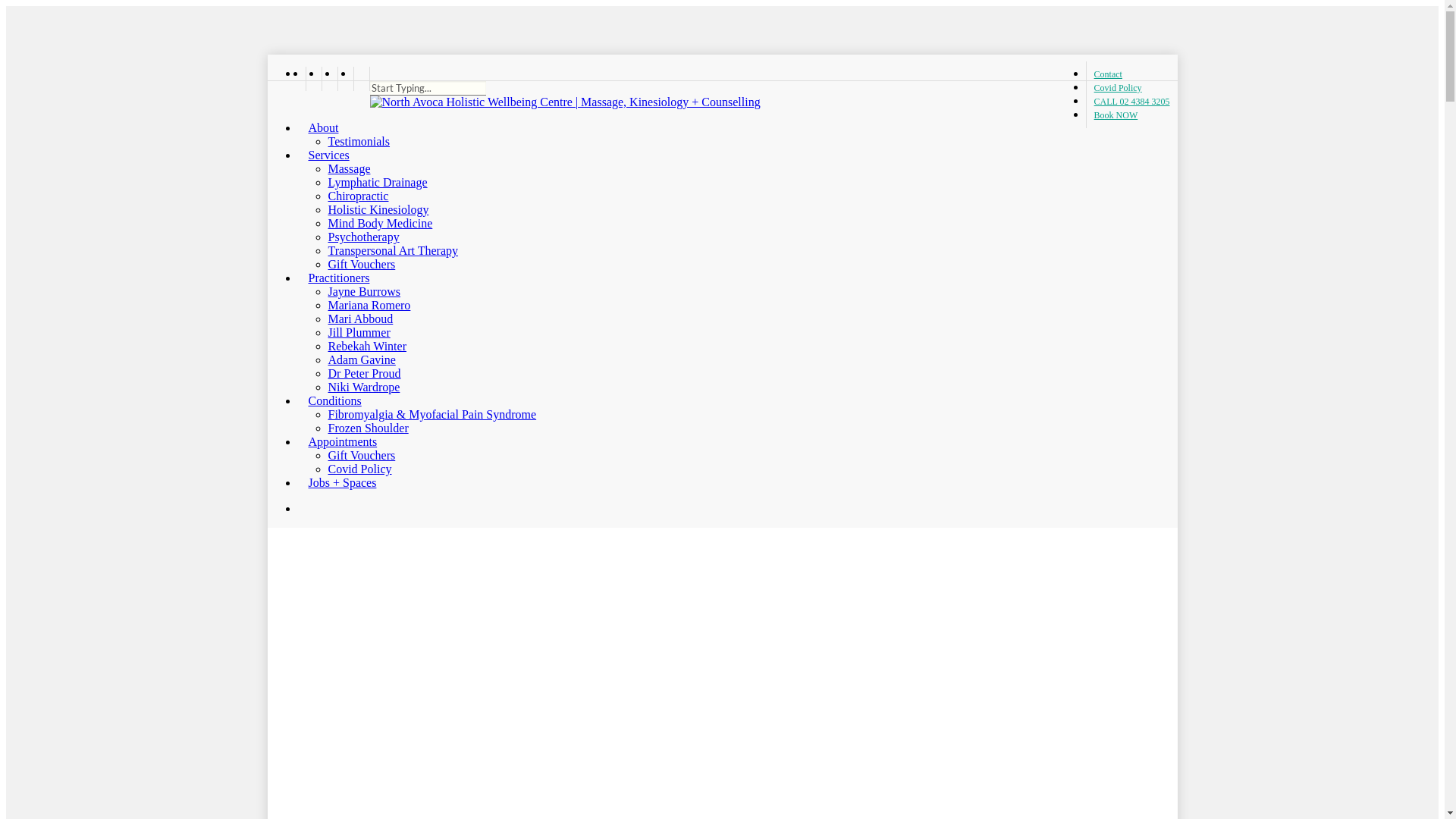 The width and height of the screenshot is (1456, 819). I want to click on 'Mariana Romero', so click(369, 305).